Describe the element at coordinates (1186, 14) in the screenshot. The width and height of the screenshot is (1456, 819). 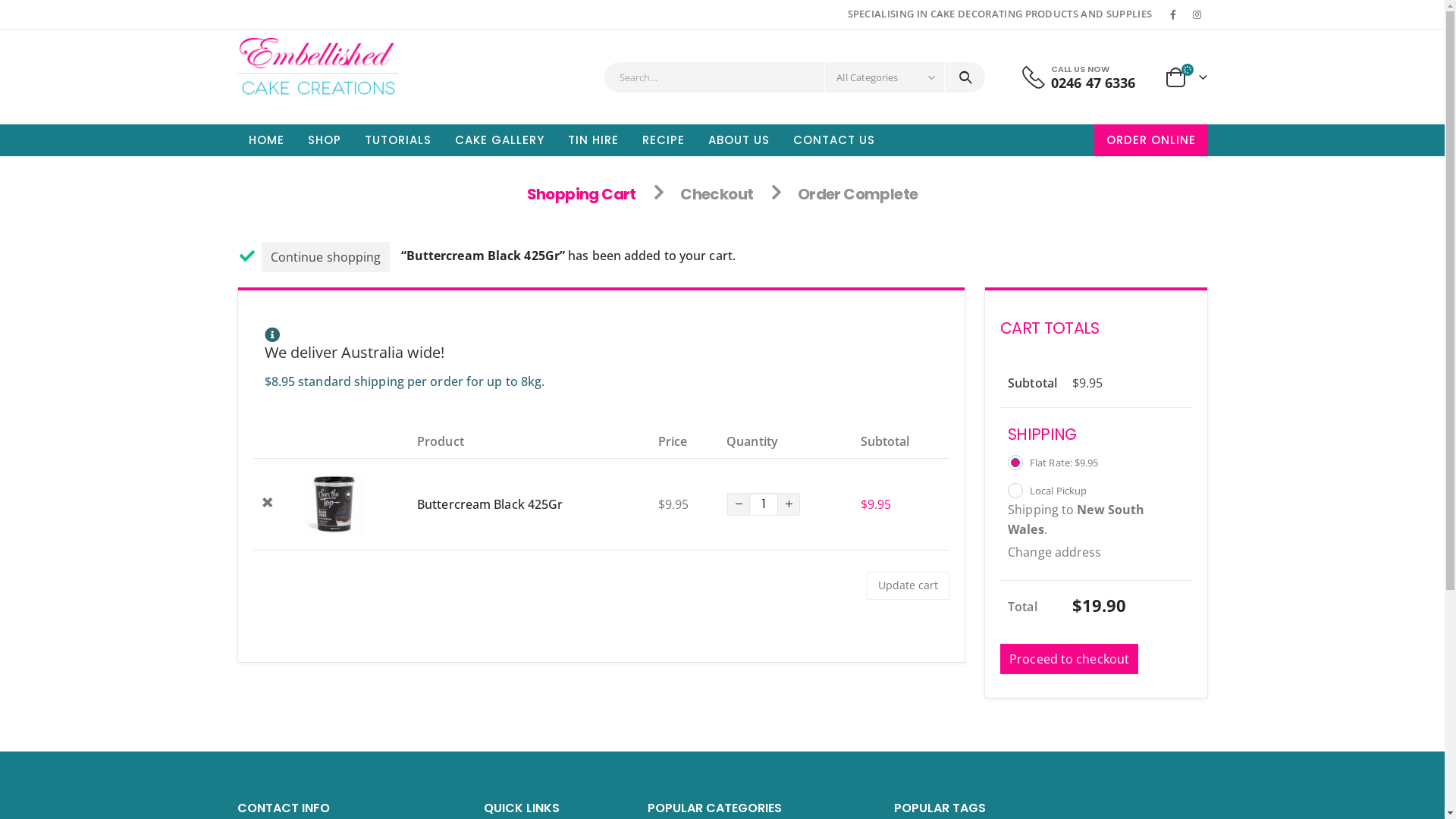
I see `'Instagram'` at that location.